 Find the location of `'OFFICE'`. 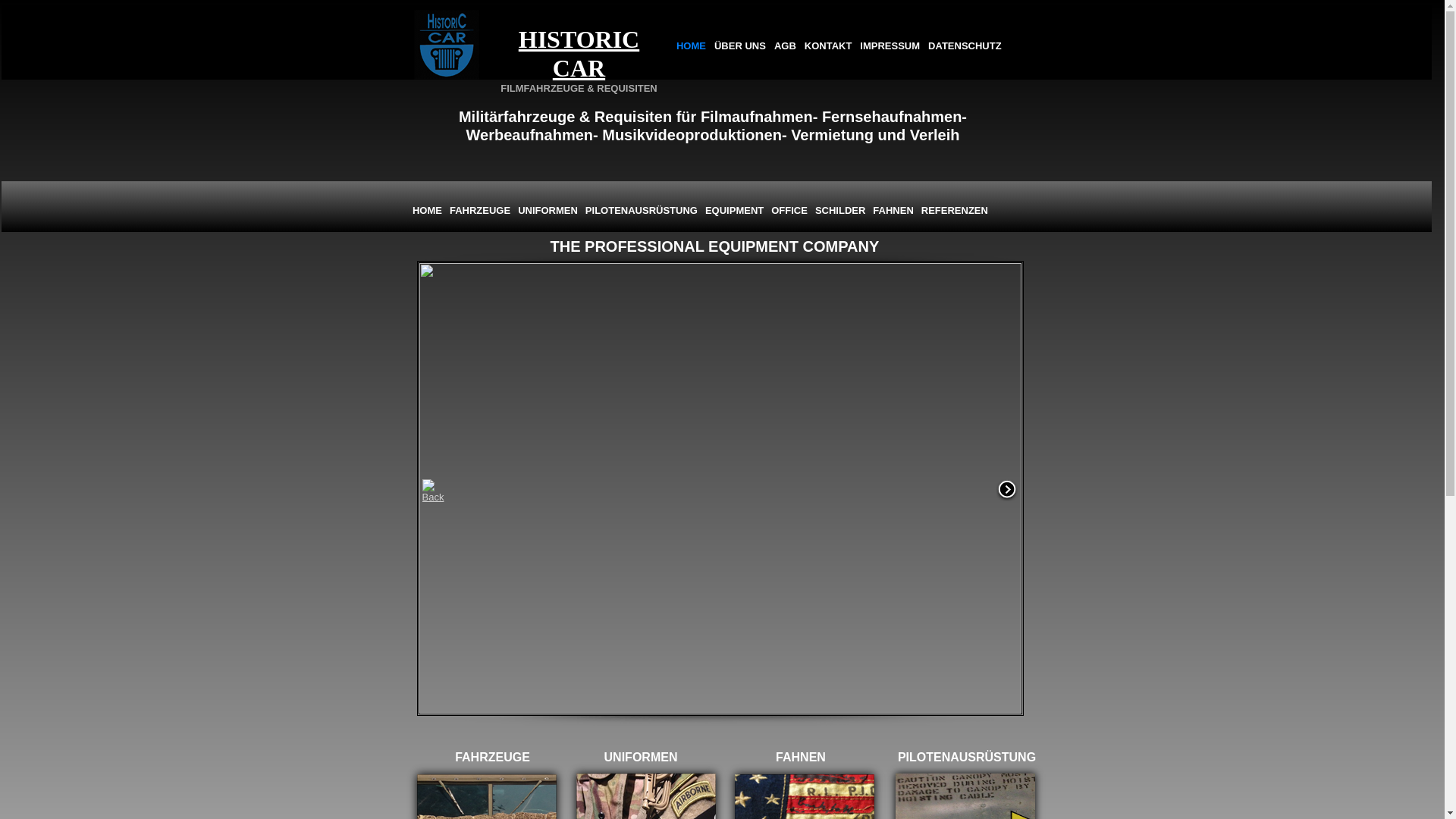

'OFFICE' is located at coordinates (767, 210).